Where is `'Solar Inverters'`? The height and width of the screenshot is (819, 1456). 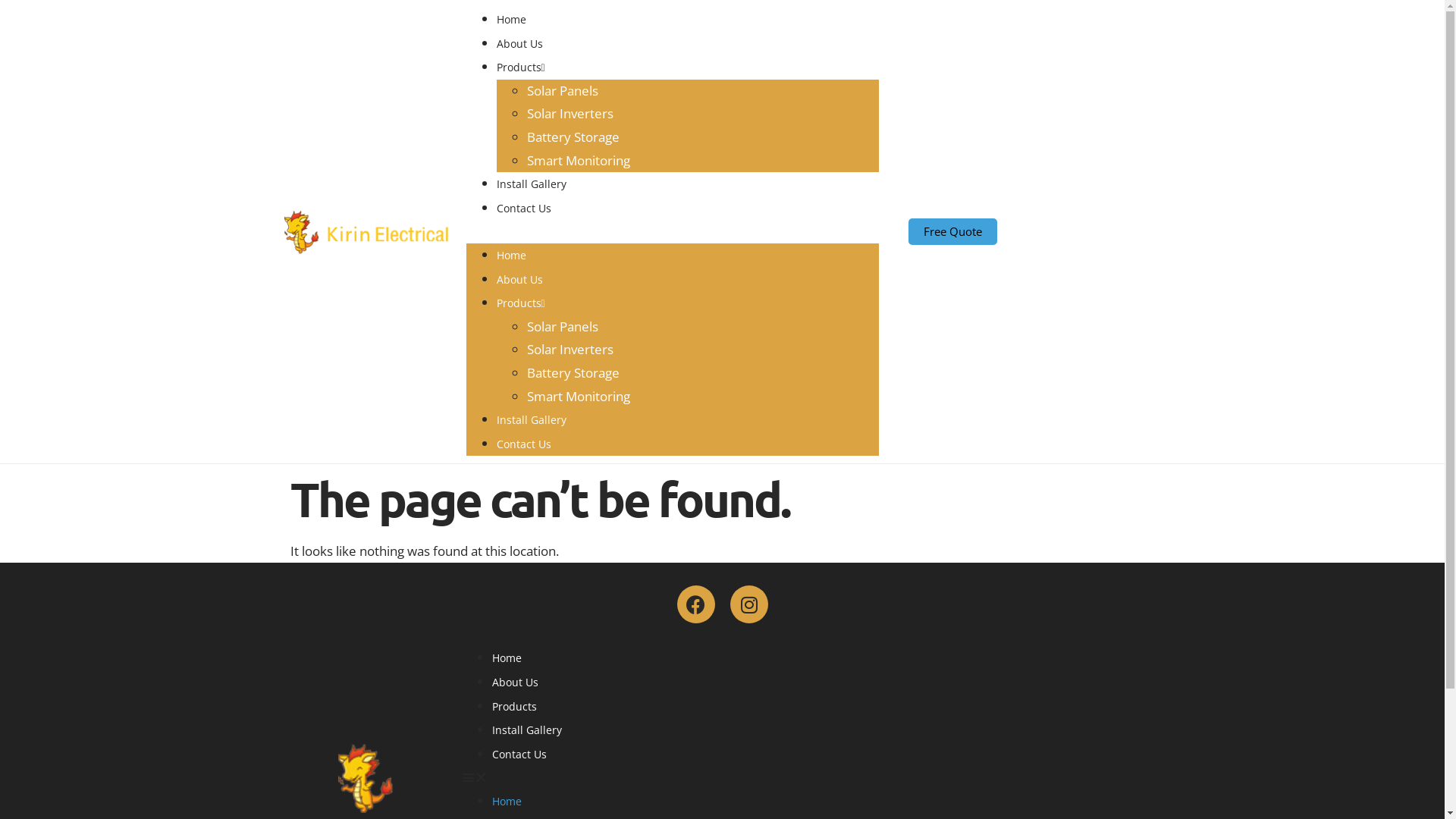
'Solar Inverters' is located at coordinates (526, 349).